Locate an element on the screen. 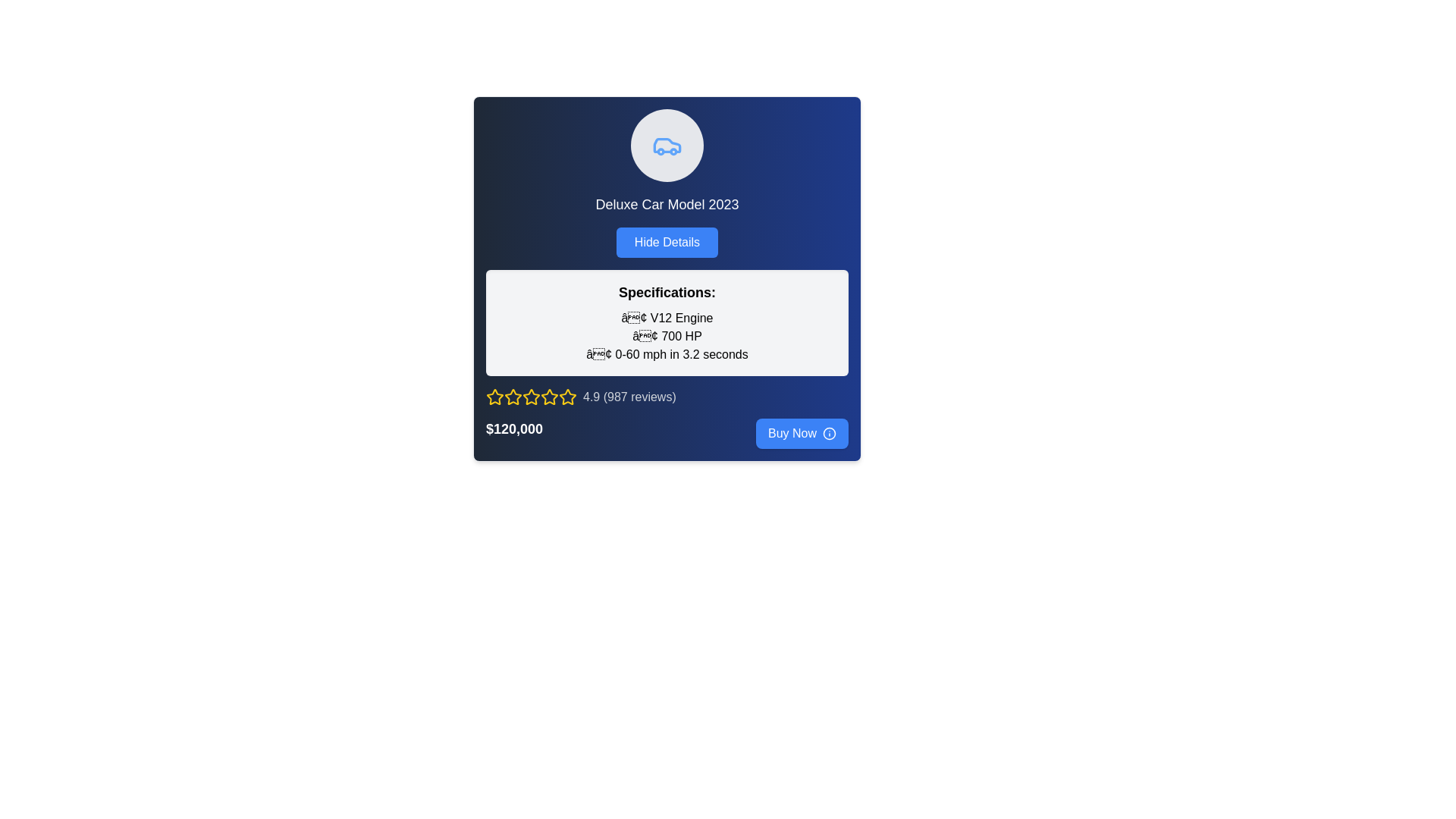 The width and height of the screenshot is (1456, 819). the sixth hollow star icon with a yellow outline in the rating system is located at coordinates (548, 397).